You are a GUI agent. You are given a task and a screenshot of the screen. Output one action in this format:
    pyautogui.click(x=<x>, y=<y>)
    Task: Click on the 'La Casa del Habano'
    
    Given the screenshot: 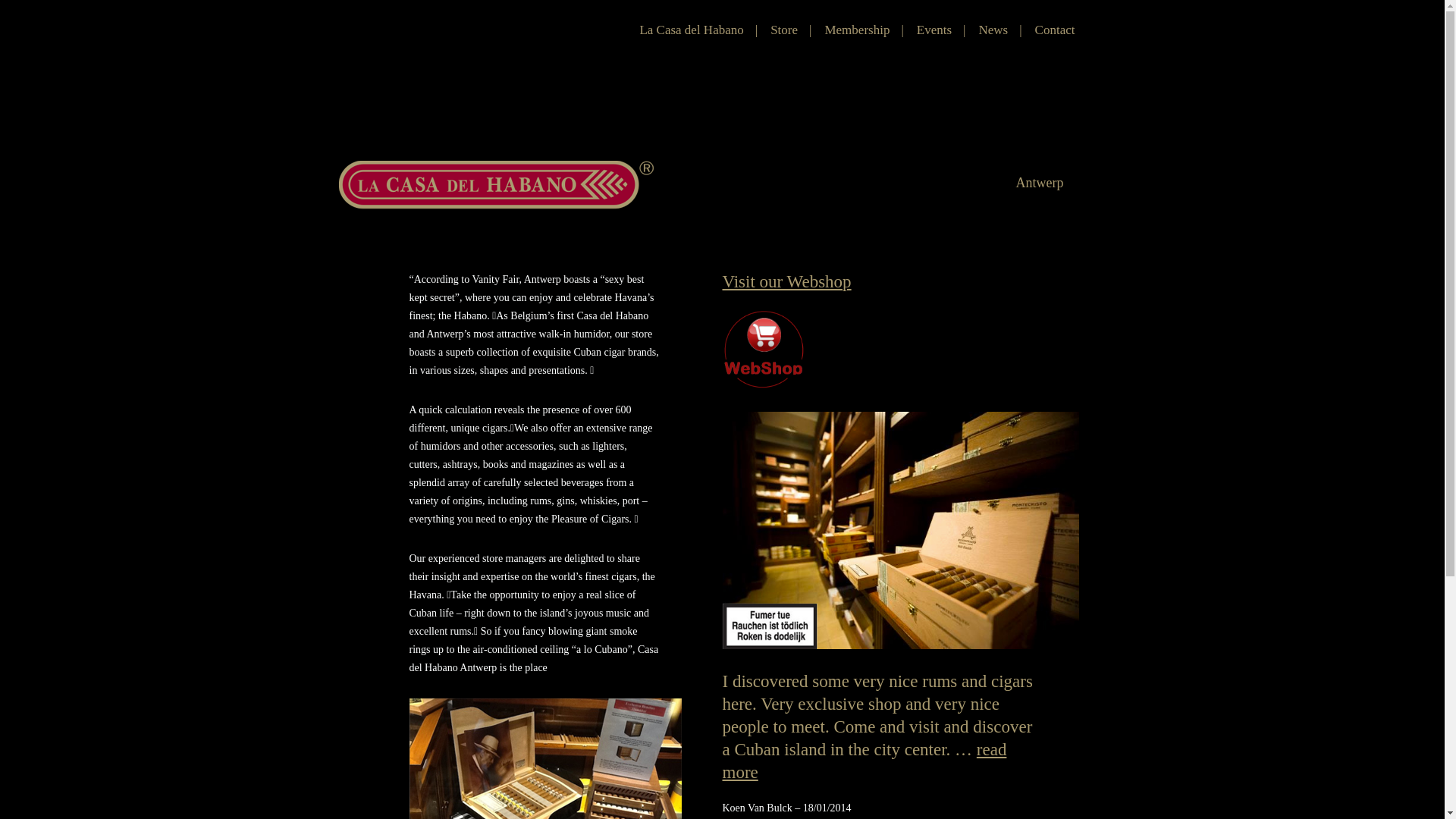 What is the action you would take?
    pyautogui.click(x=690, y=30)
    